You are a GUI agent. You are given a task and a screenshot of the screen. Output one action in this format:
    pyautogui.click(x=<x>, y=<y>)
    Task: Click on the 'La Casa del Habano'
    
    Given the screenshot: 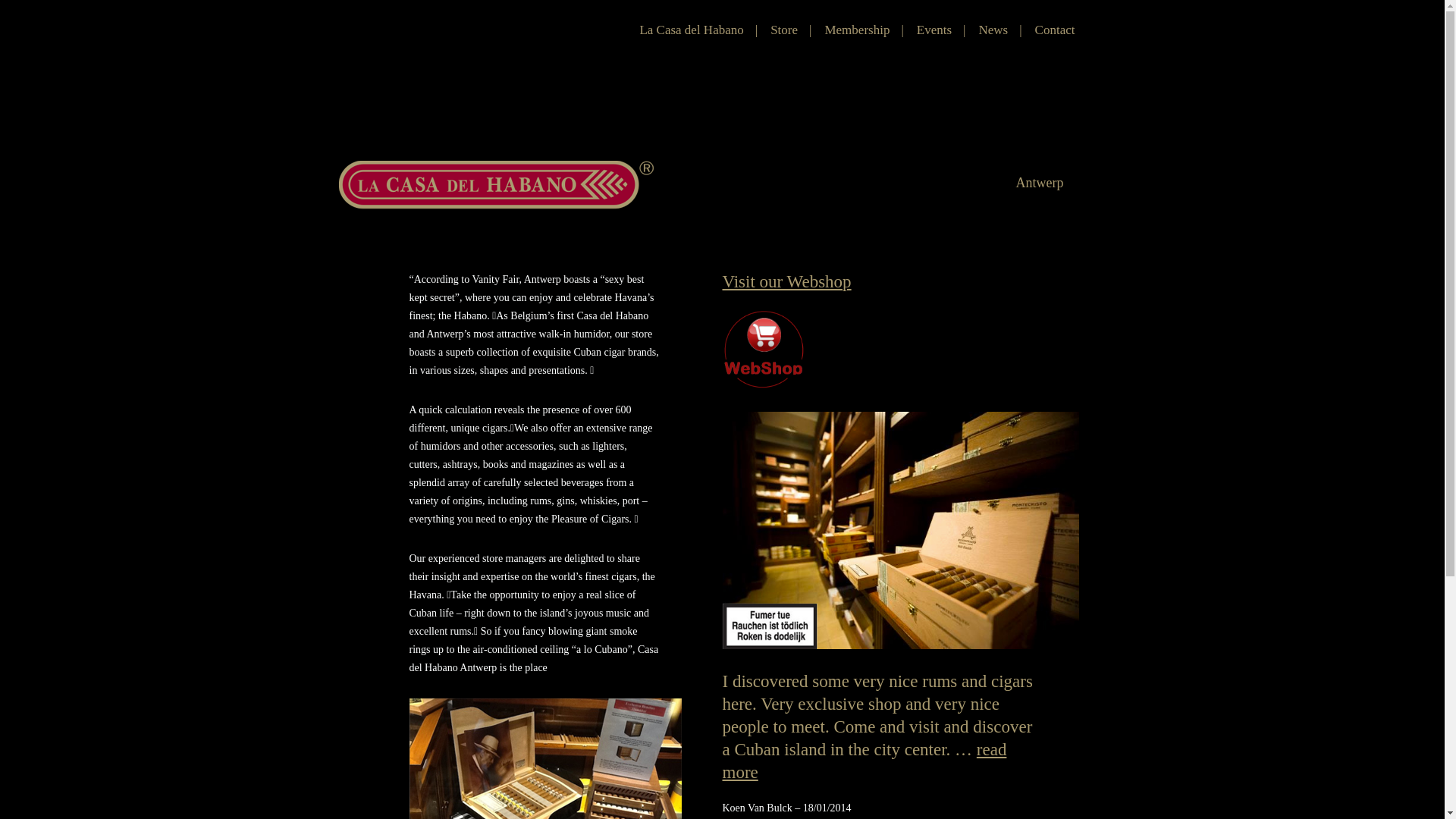 What is the action you would take?
    pyautogui.click(x=690, y=30)
    